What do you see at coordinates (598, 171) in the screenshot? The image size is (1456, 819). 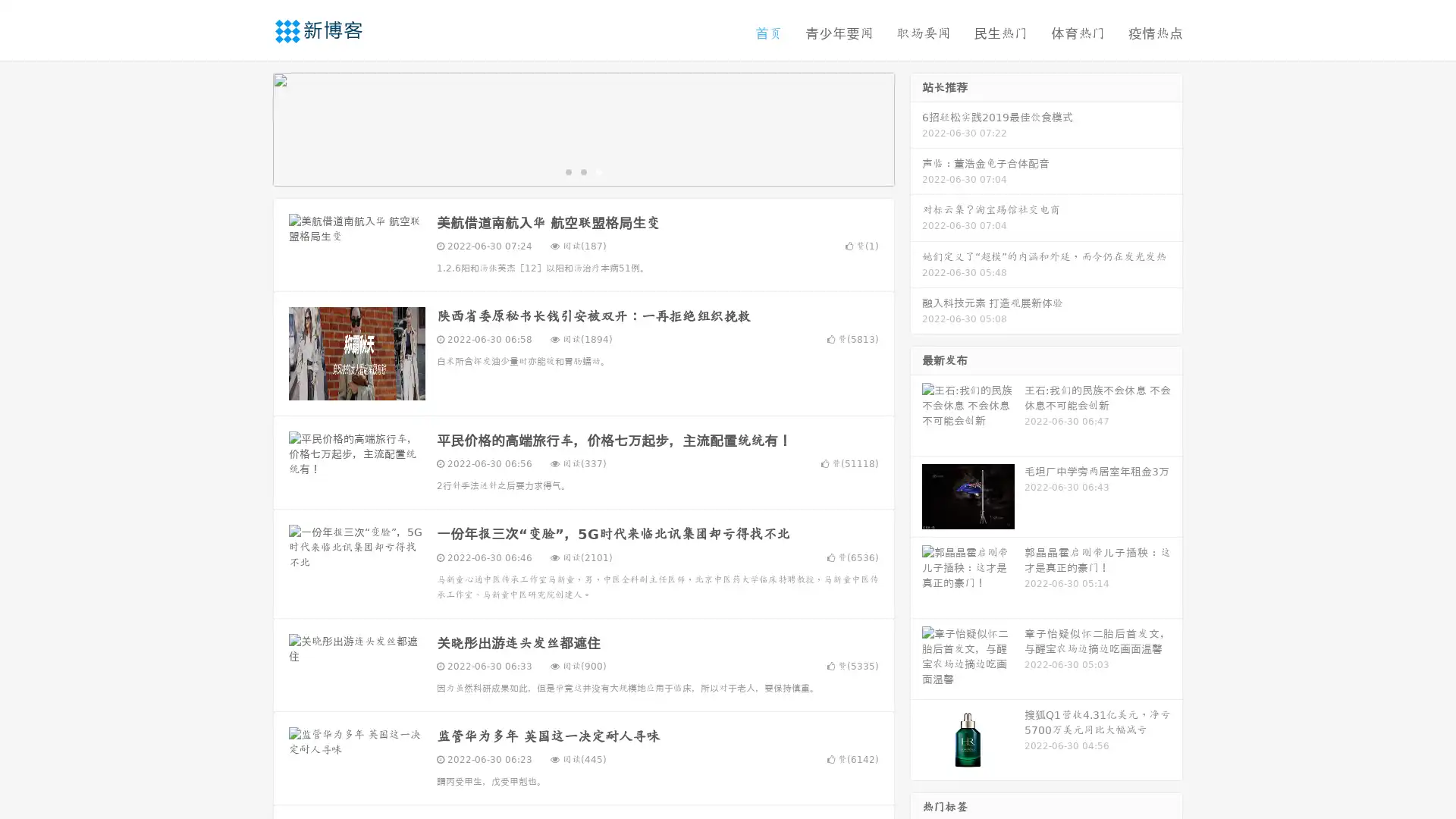 I see `Go to slide 3` at bounding box center [598, 171].